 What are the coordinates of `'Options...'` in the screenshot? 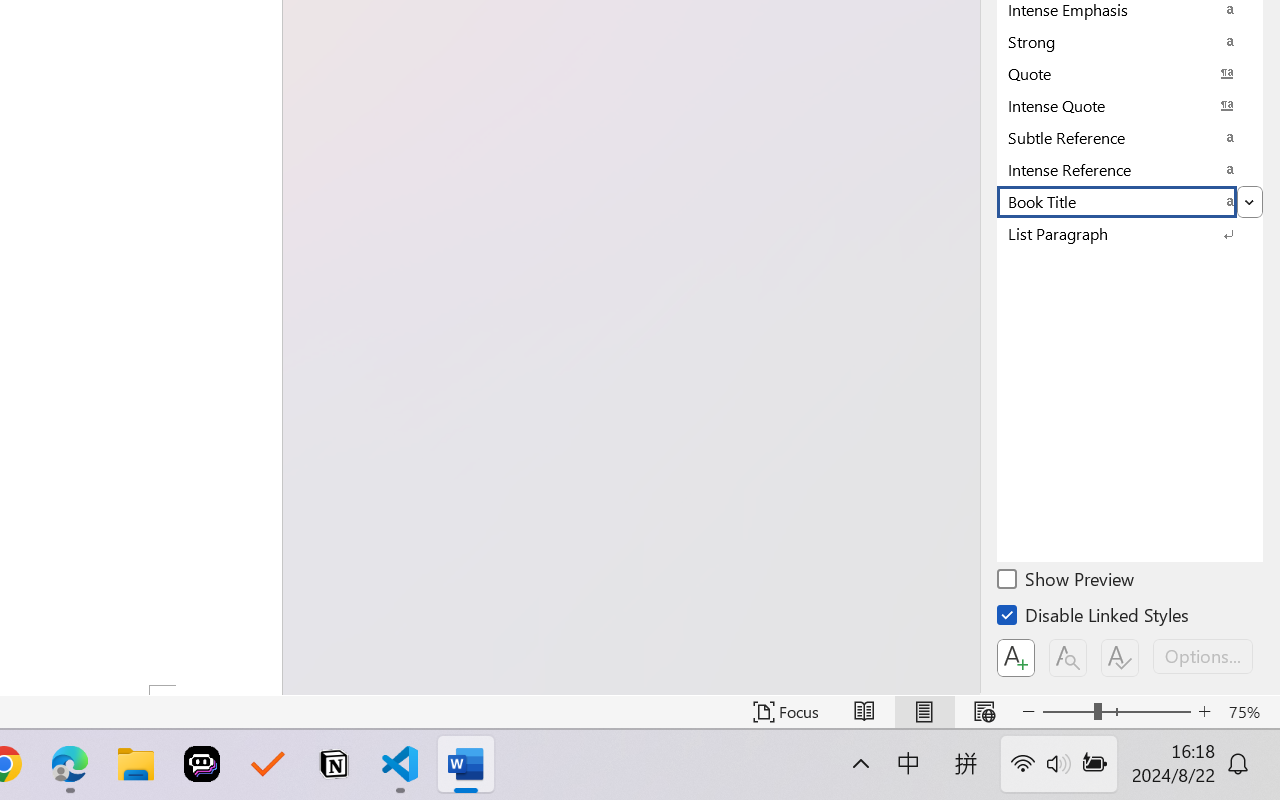 It's located at (1202, 655).